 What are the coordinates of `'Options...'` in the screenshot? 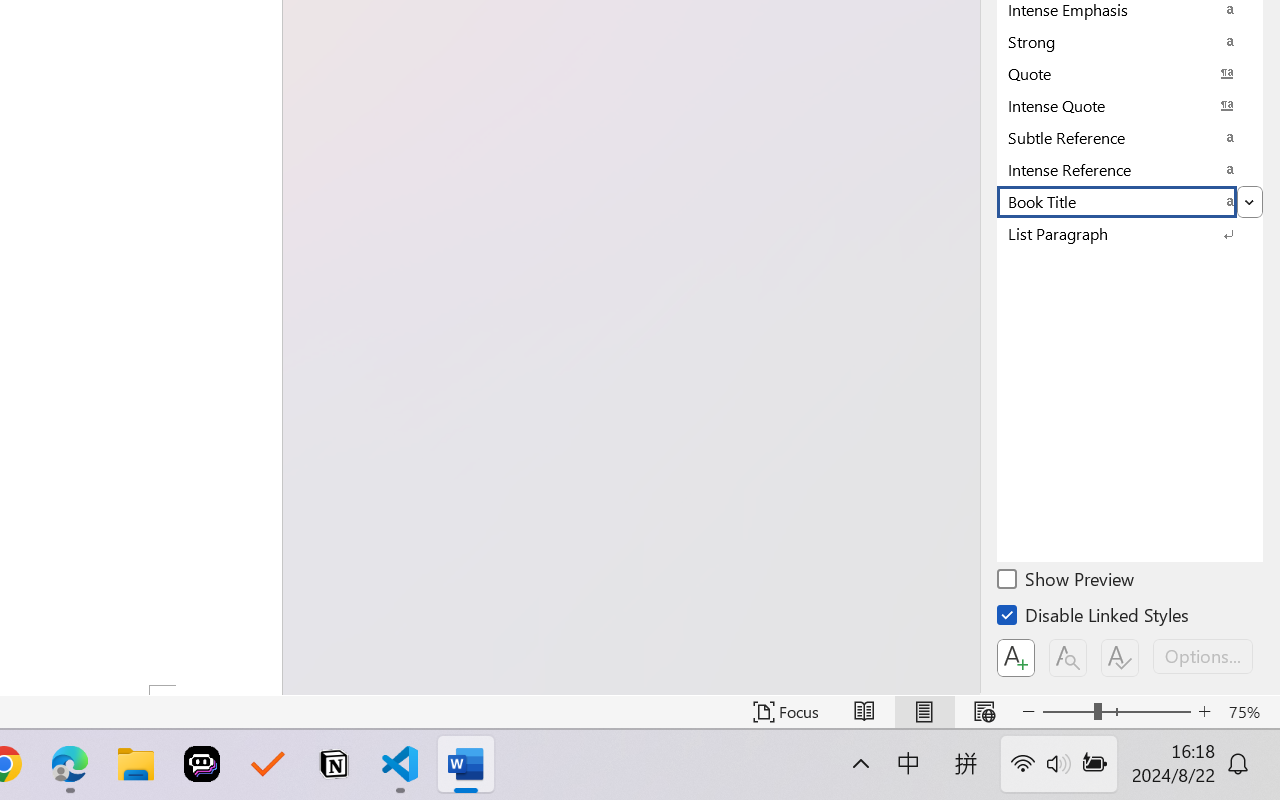 It's located at (1202, 655).